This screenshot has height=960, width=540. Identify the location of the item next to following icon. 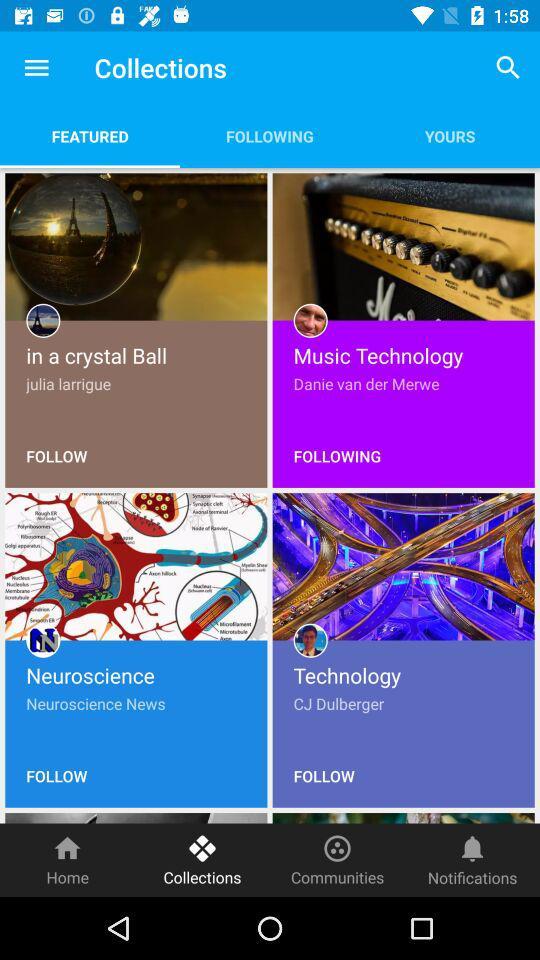
(508, 67).